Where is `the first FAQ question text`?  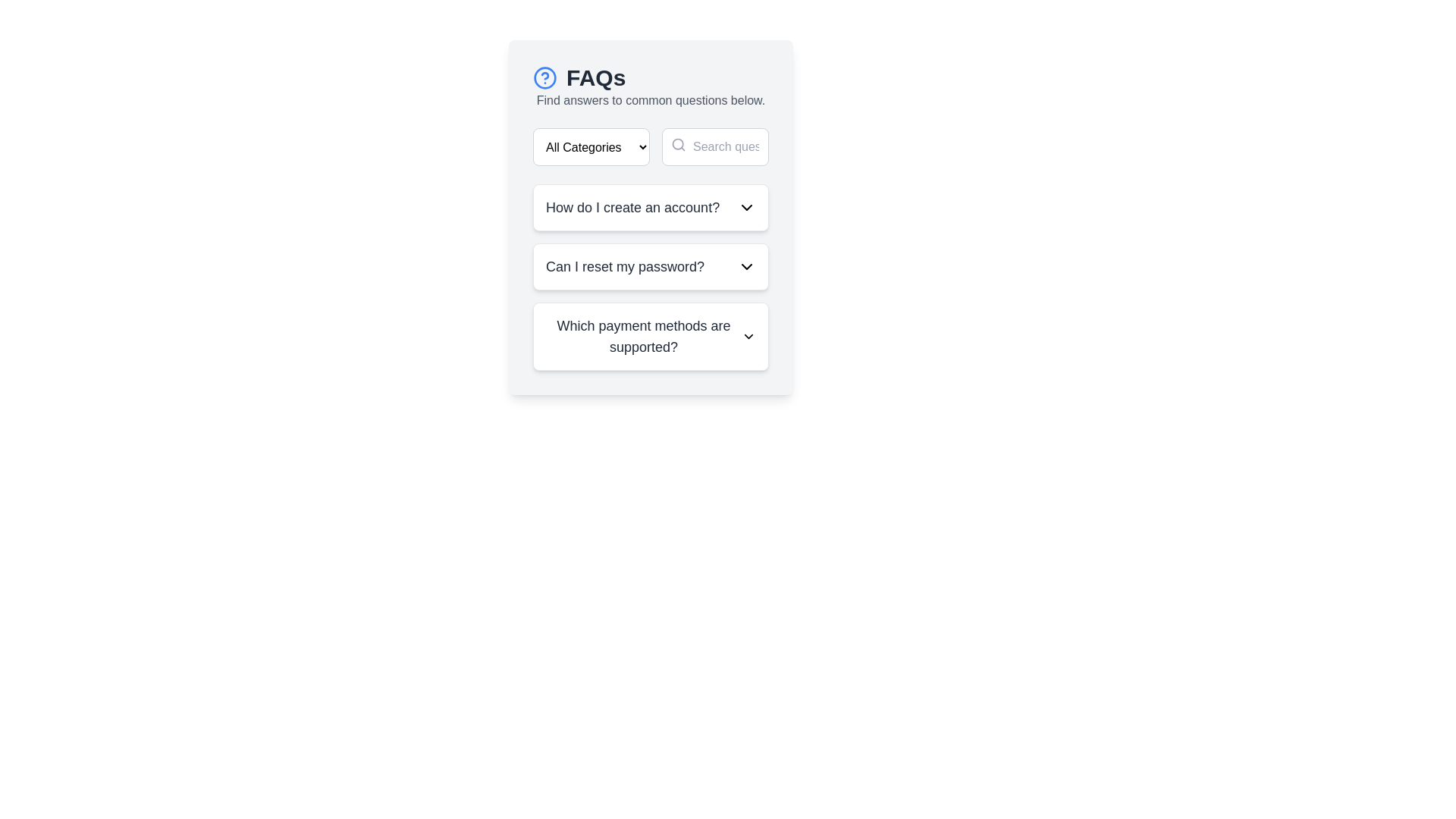 the first FAQ question text is located at coordinates (632, 207).